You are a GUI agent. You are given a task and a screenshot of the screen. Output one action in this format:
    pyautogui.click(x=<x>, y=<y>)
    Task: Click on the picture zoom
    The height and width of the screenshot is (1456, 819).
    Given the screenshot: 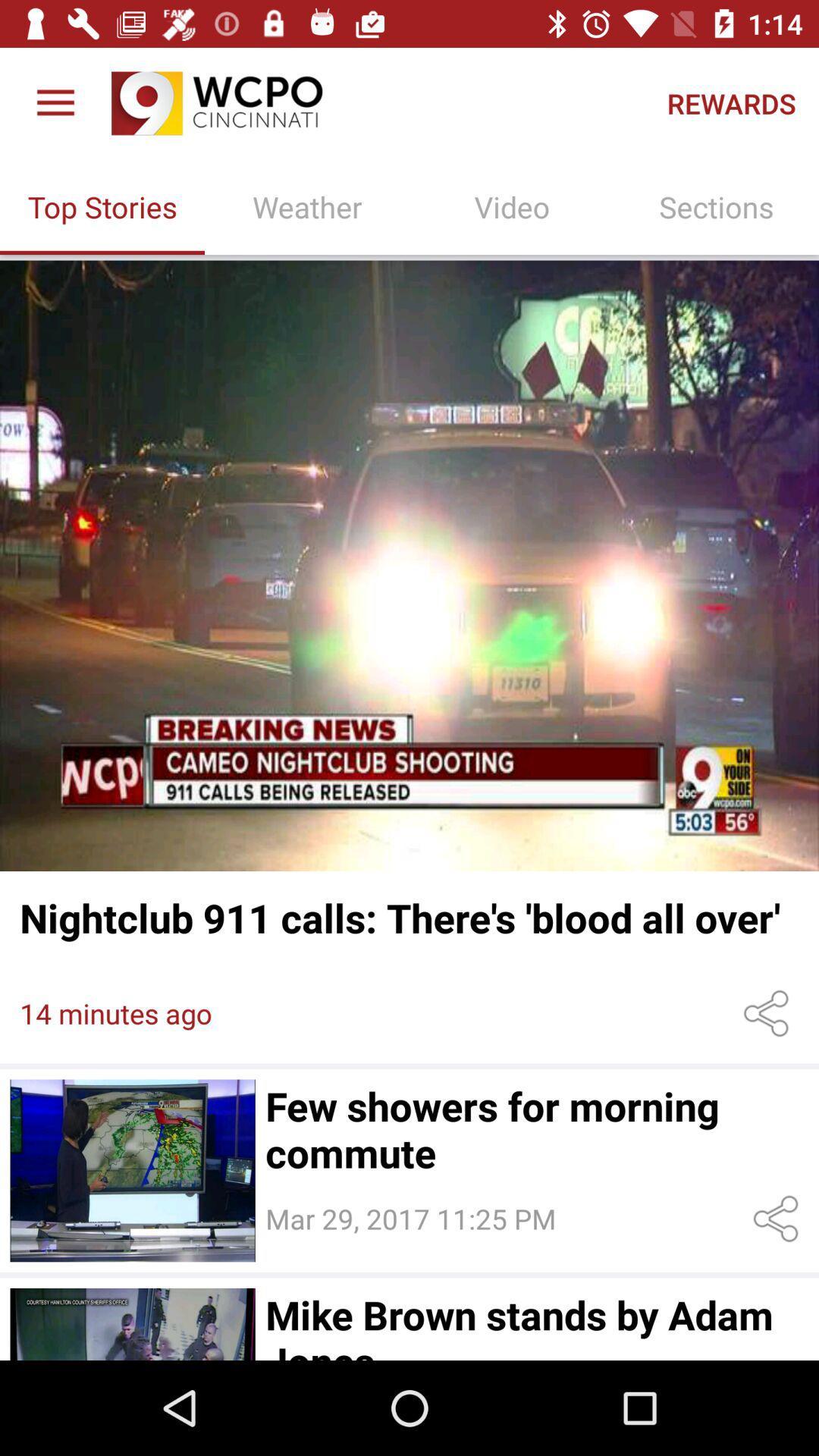 What is the action you would take?
    pyautogui.click(x=409, y=565)
    